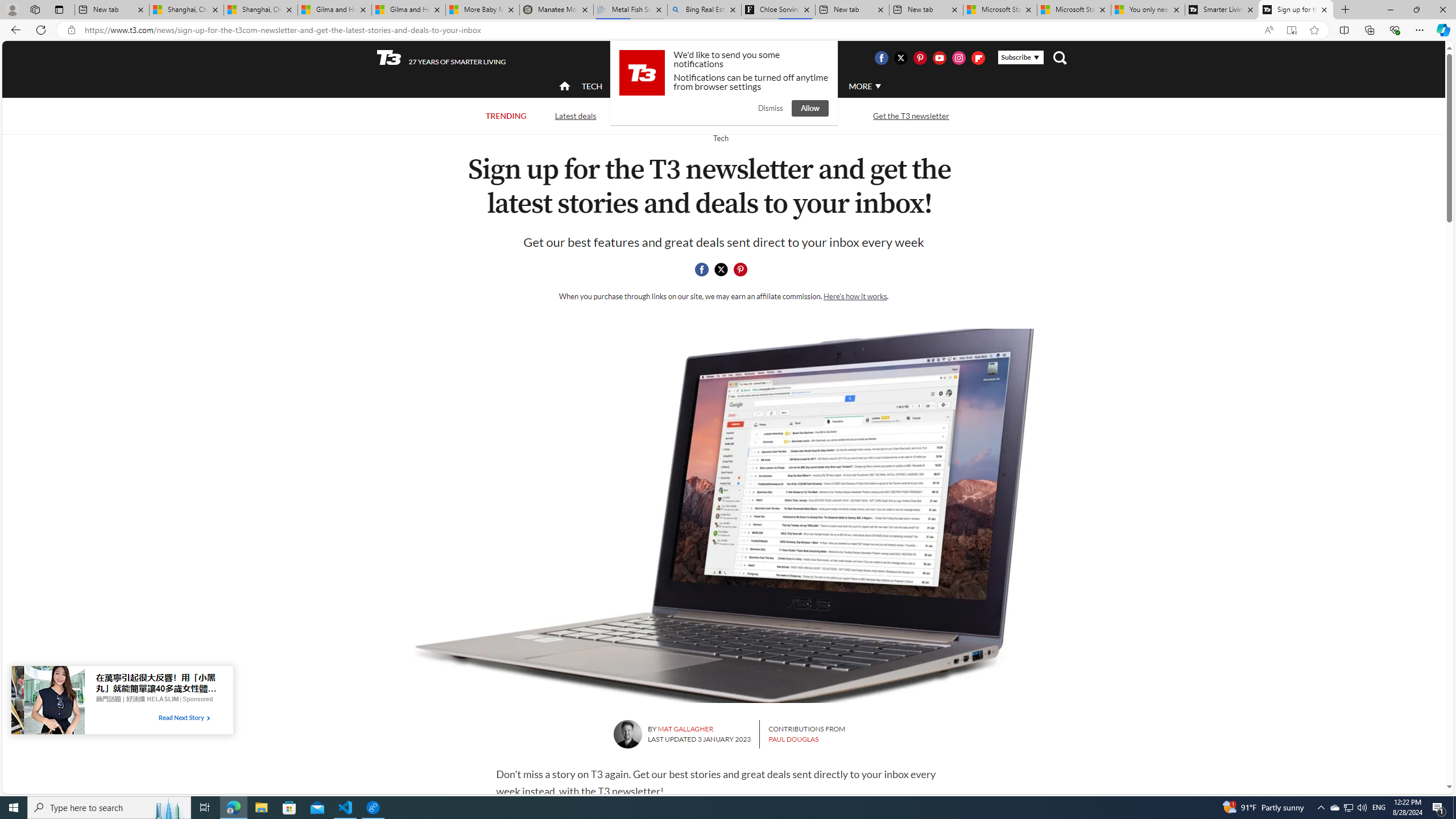 The image size is (1456, 819). Describe the element at coordinates (721, 270) in the screenshot. I see `'Share this page on Twitter'` at that location.